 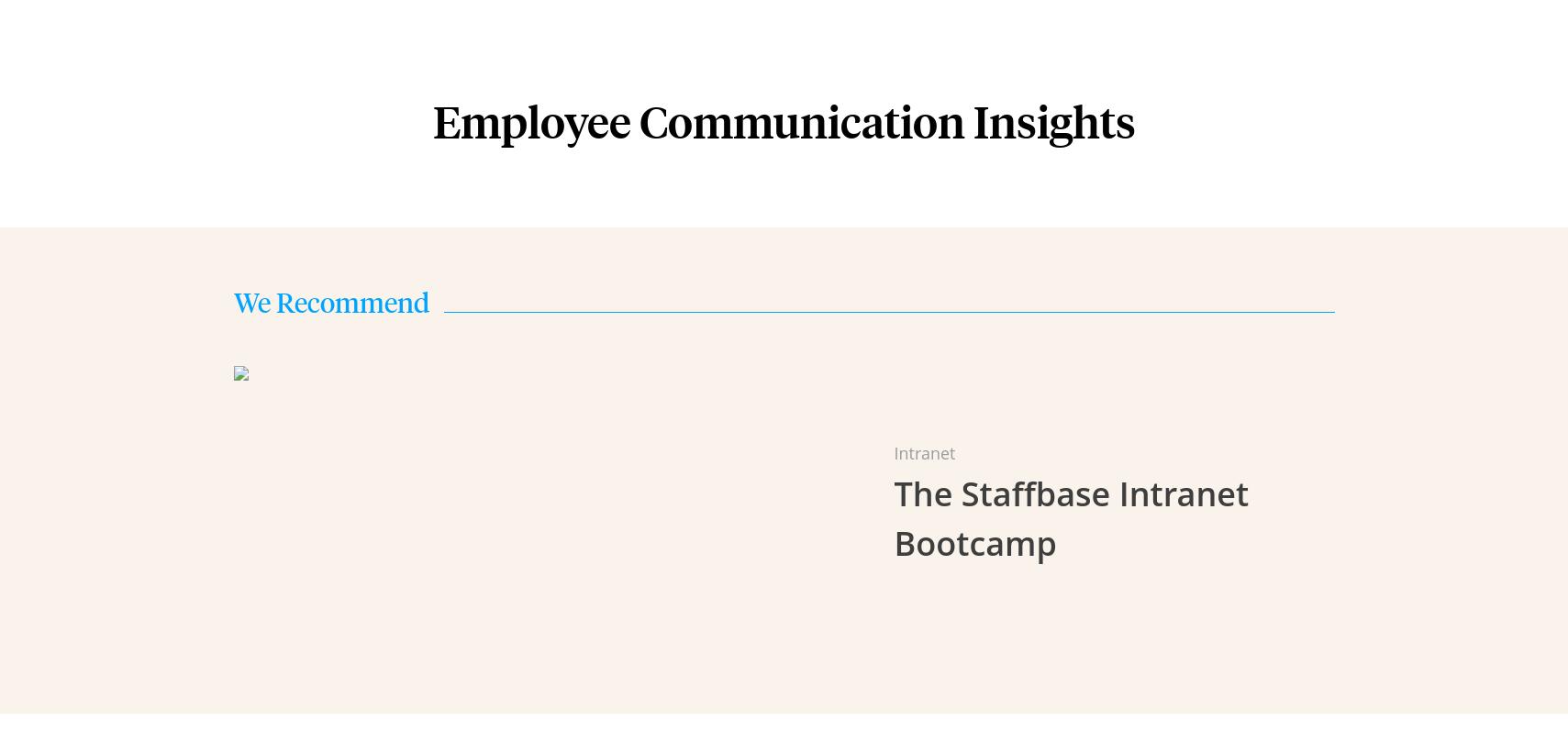 I want to click on 'Employee Email', so click(x=753, y=194).